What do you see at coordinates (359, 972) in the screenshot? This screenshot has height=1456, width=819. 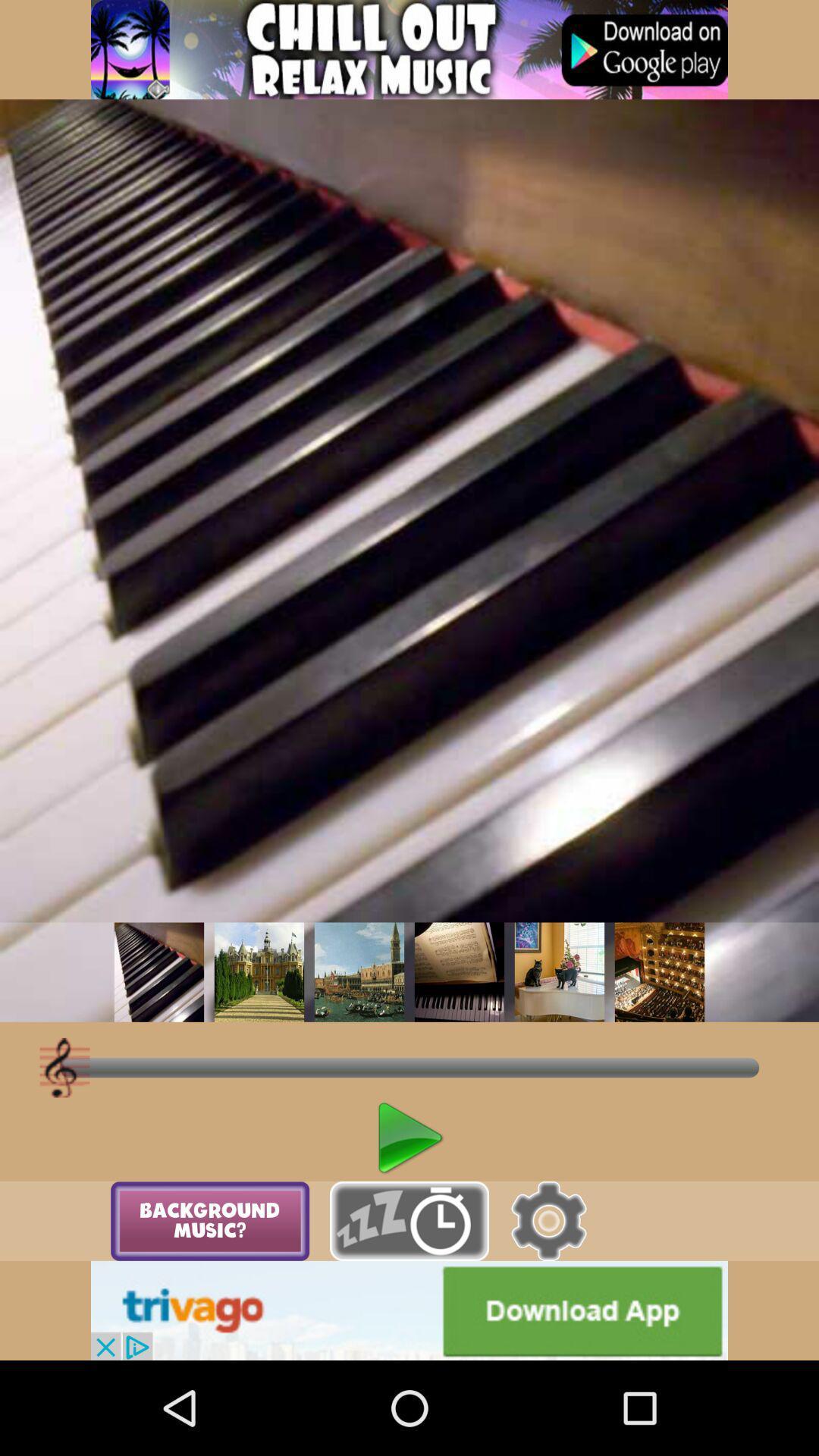 I see `variable picture` at bounding box center [359, 972].